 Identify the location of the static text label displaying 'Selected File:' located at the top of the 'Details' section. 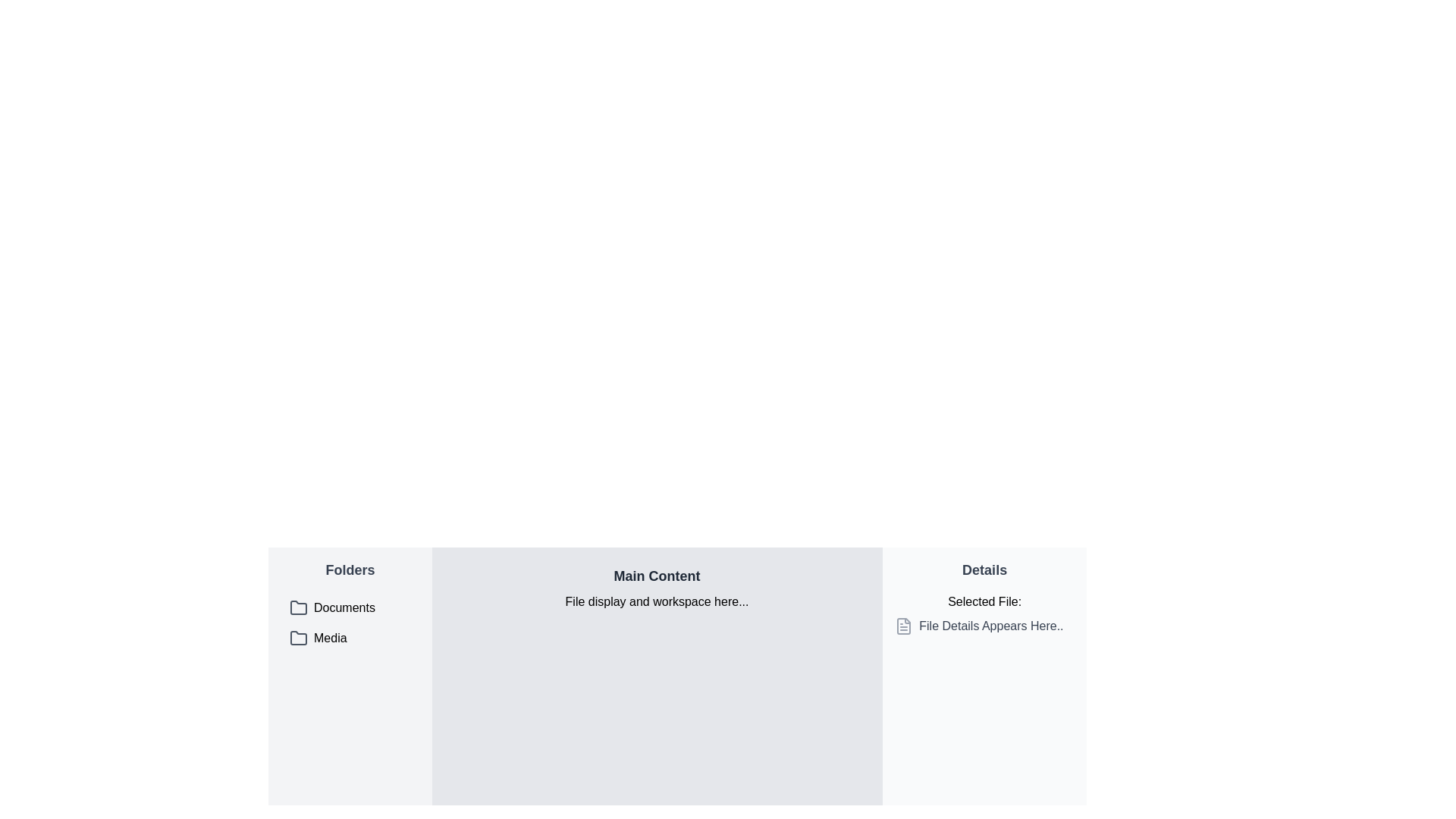
(984, 601).